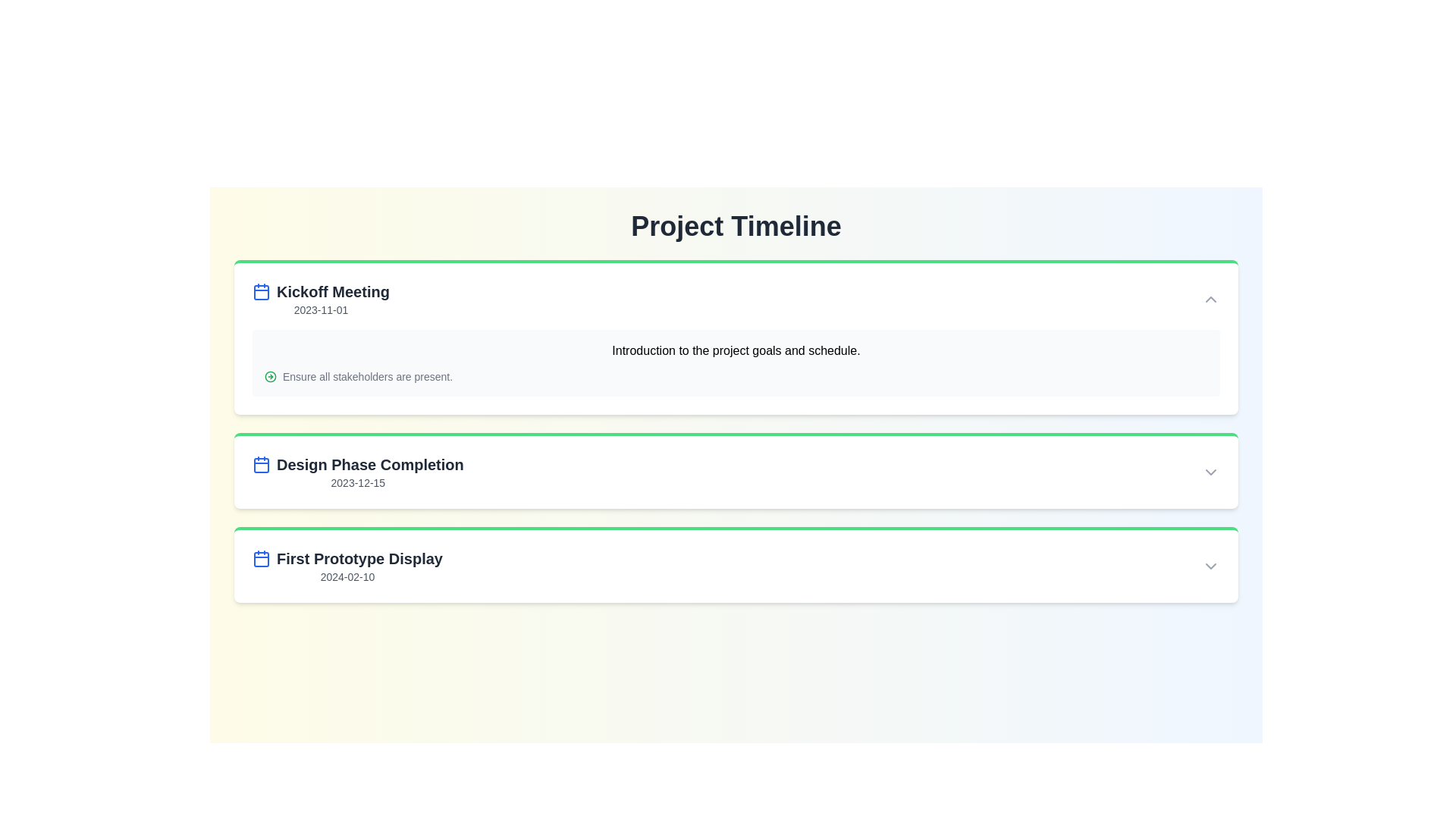 This screenshot has height=819, width=1456. Describe the element at coordinates (262, 558) in the screenshot. I see `the calendar icon located to the left of the title 'First Prototype Display' in the third section of the project timeline` at that location.